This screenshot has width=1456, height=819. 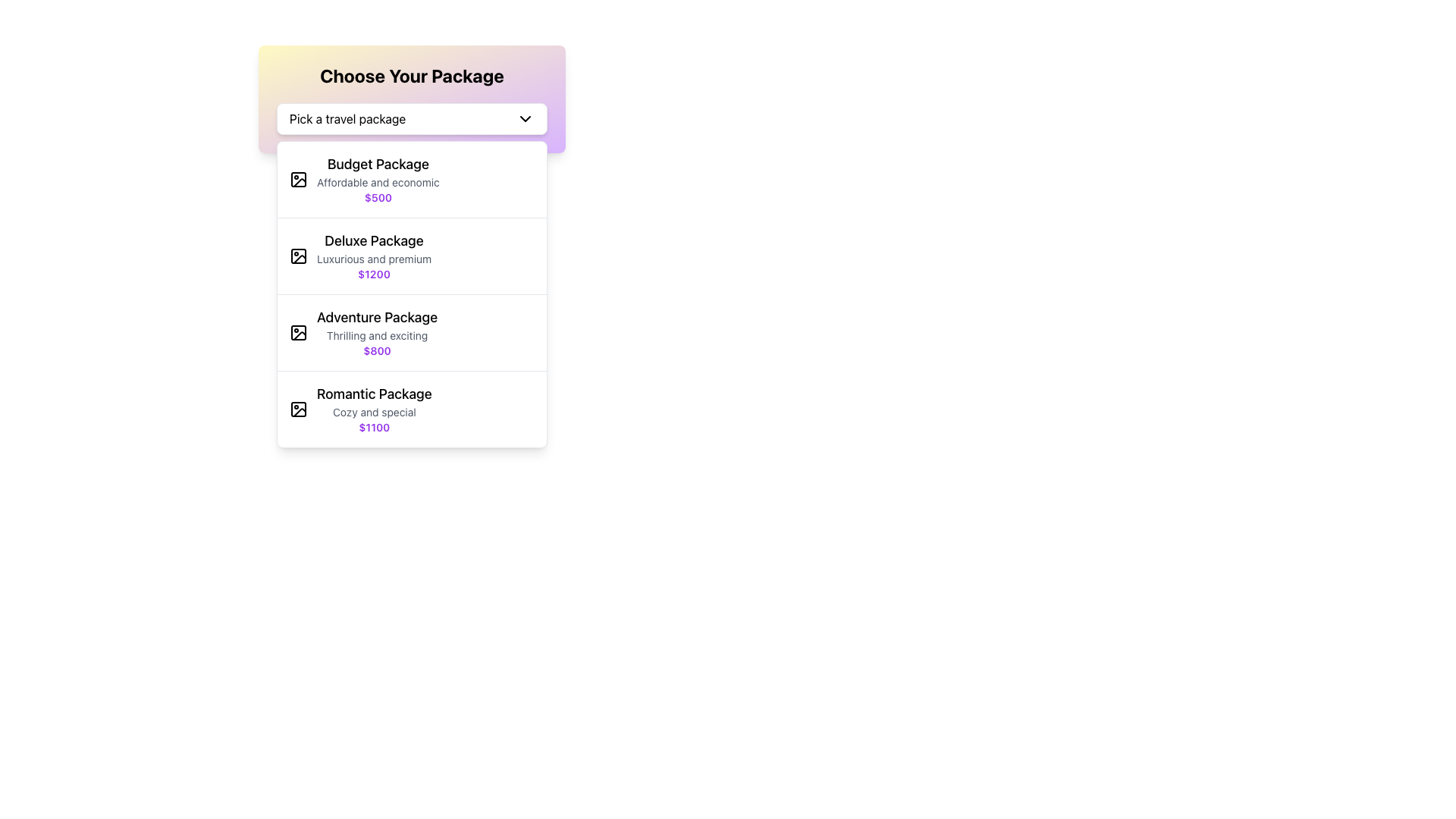 I want to click on informational Label for the 'Budget Package' which describes it as 'Affordable and economic' with a price of '$500', located under the dropdown 'Pick a travel package', so click(x=378, y=178).